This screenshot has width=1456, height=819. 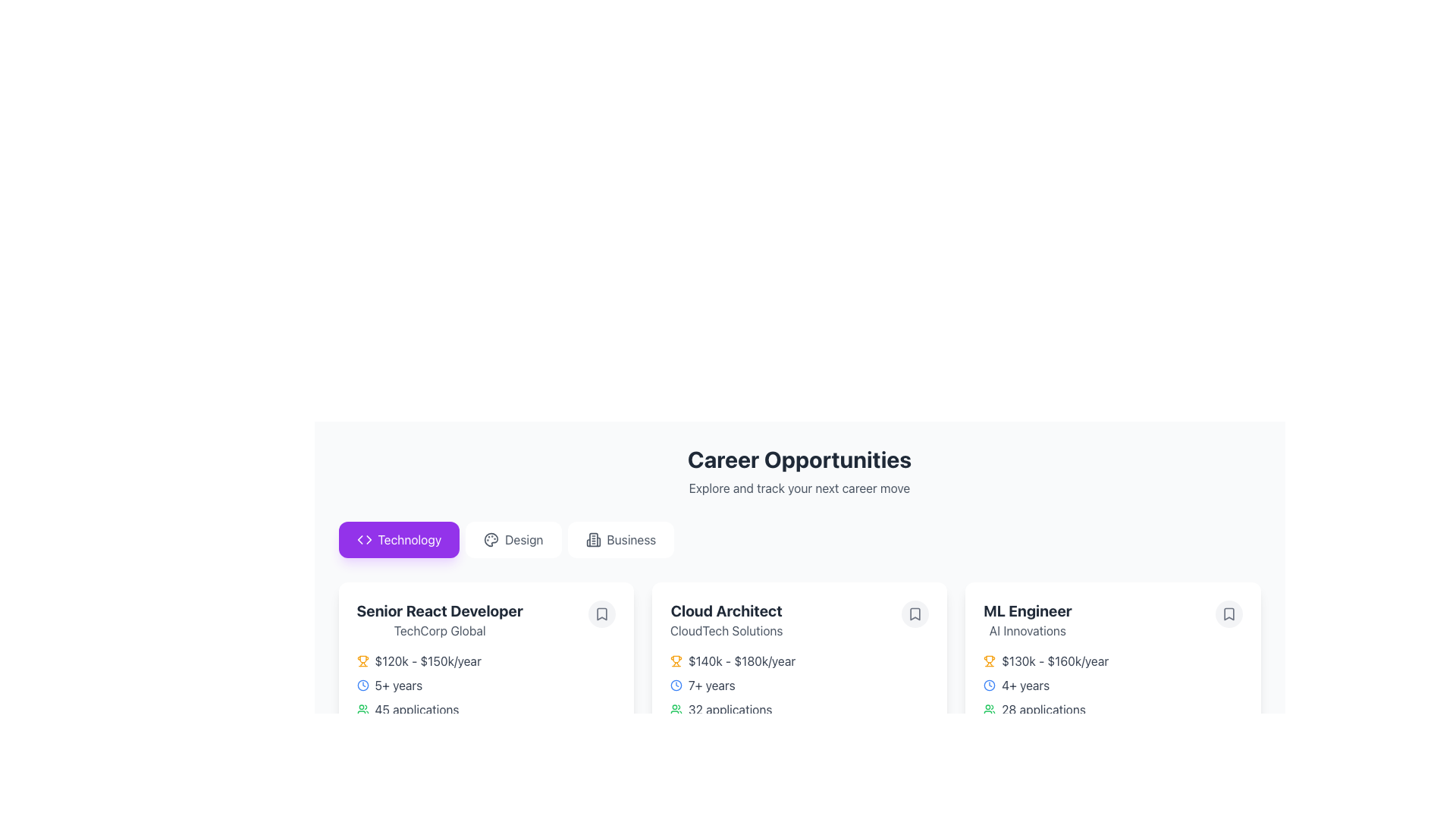 I want to click on the static text element identifying the job role 'ML Engineer' under the organization 'AI Innovations', located at the top of the rightmost job description card, so click(x=1028, y=620).